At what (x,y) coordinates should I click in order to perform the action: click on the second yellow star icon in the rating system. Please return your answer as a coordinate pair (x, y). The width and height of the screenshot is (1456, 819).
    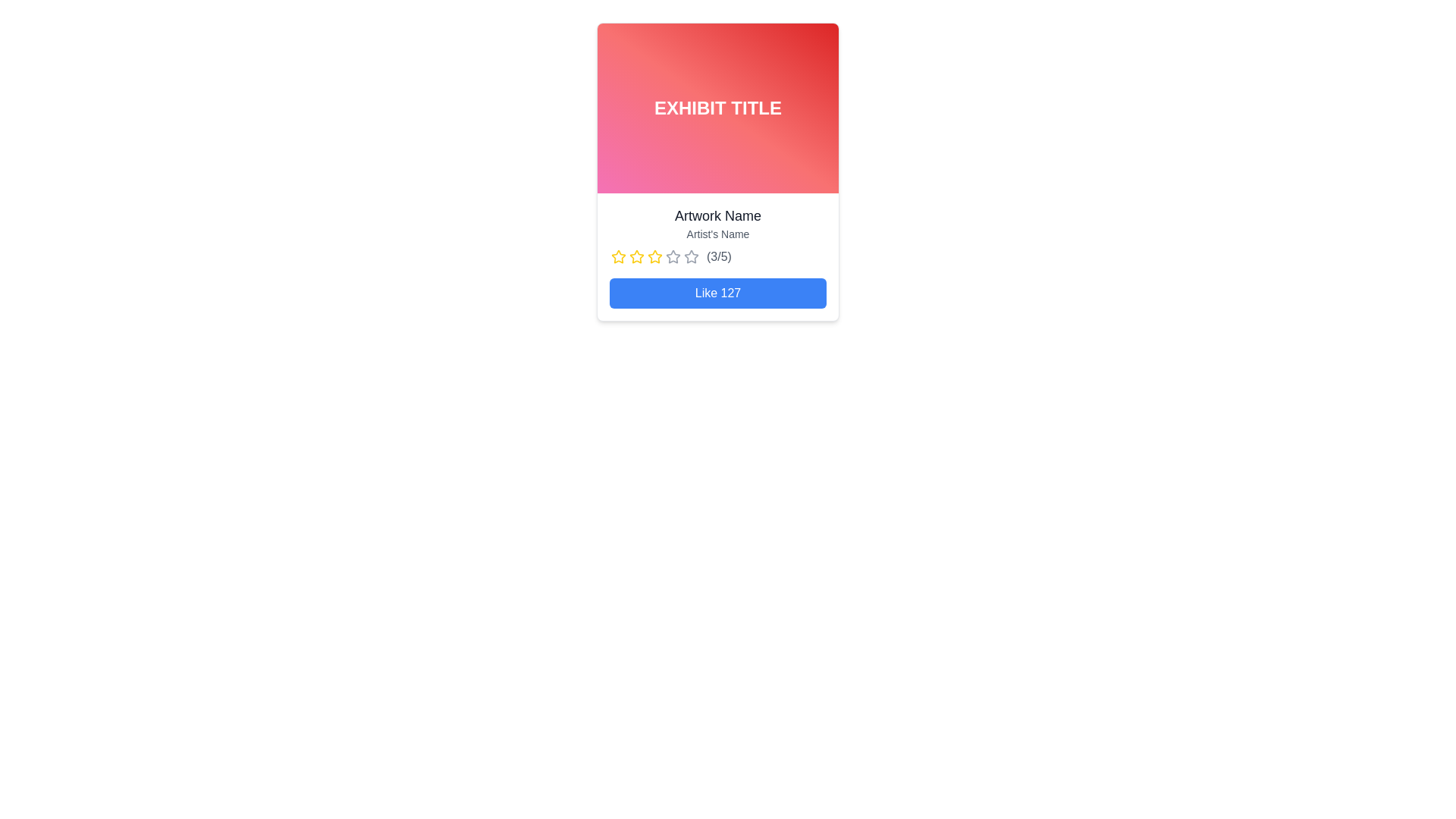
    Looking at the image, I should click on (637, 256).